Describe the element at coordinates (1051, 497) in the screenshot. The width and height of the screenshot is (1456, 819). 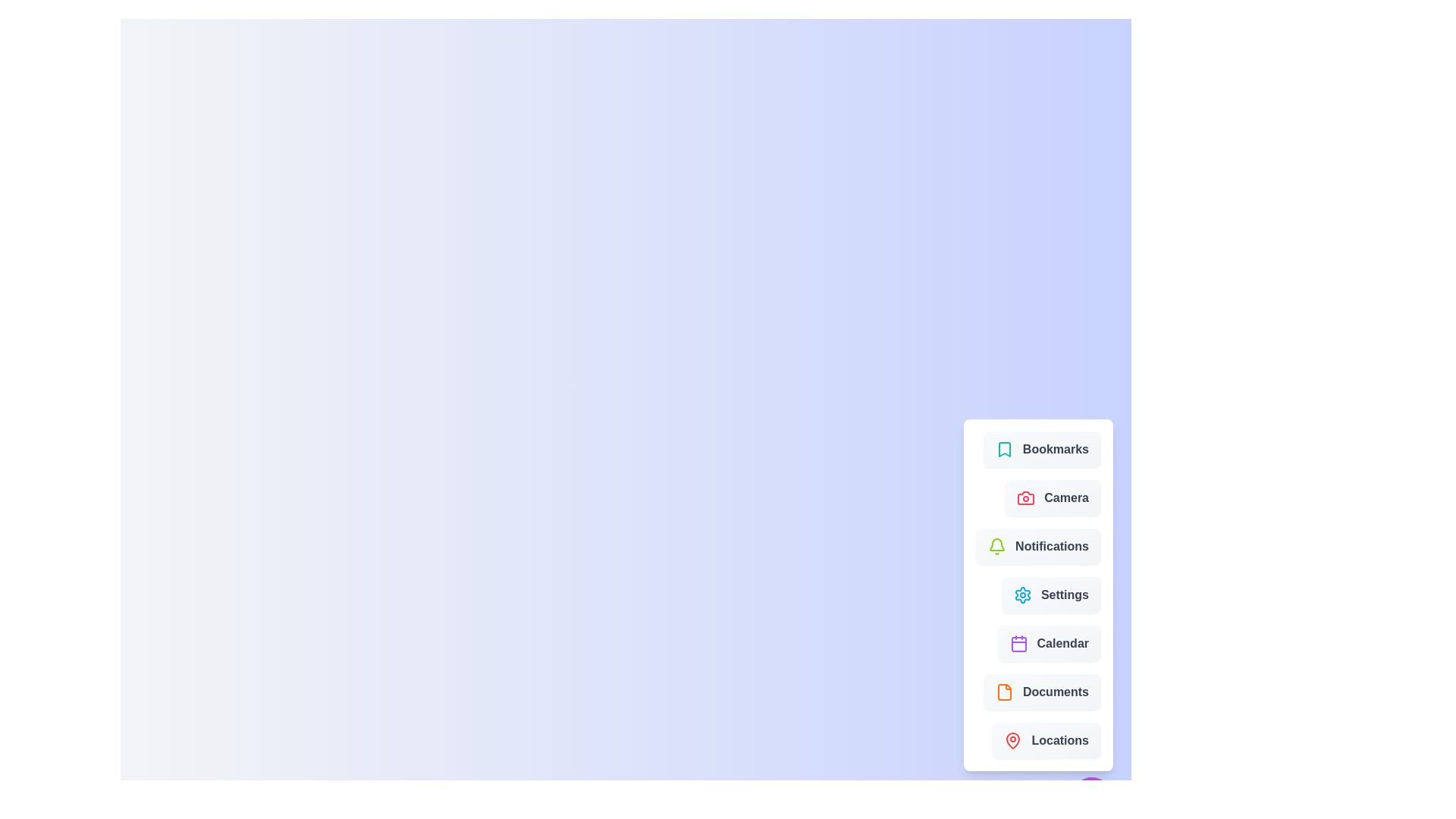
I see `the menu item labeled 'Camera' to see its visual feedback` at that location.